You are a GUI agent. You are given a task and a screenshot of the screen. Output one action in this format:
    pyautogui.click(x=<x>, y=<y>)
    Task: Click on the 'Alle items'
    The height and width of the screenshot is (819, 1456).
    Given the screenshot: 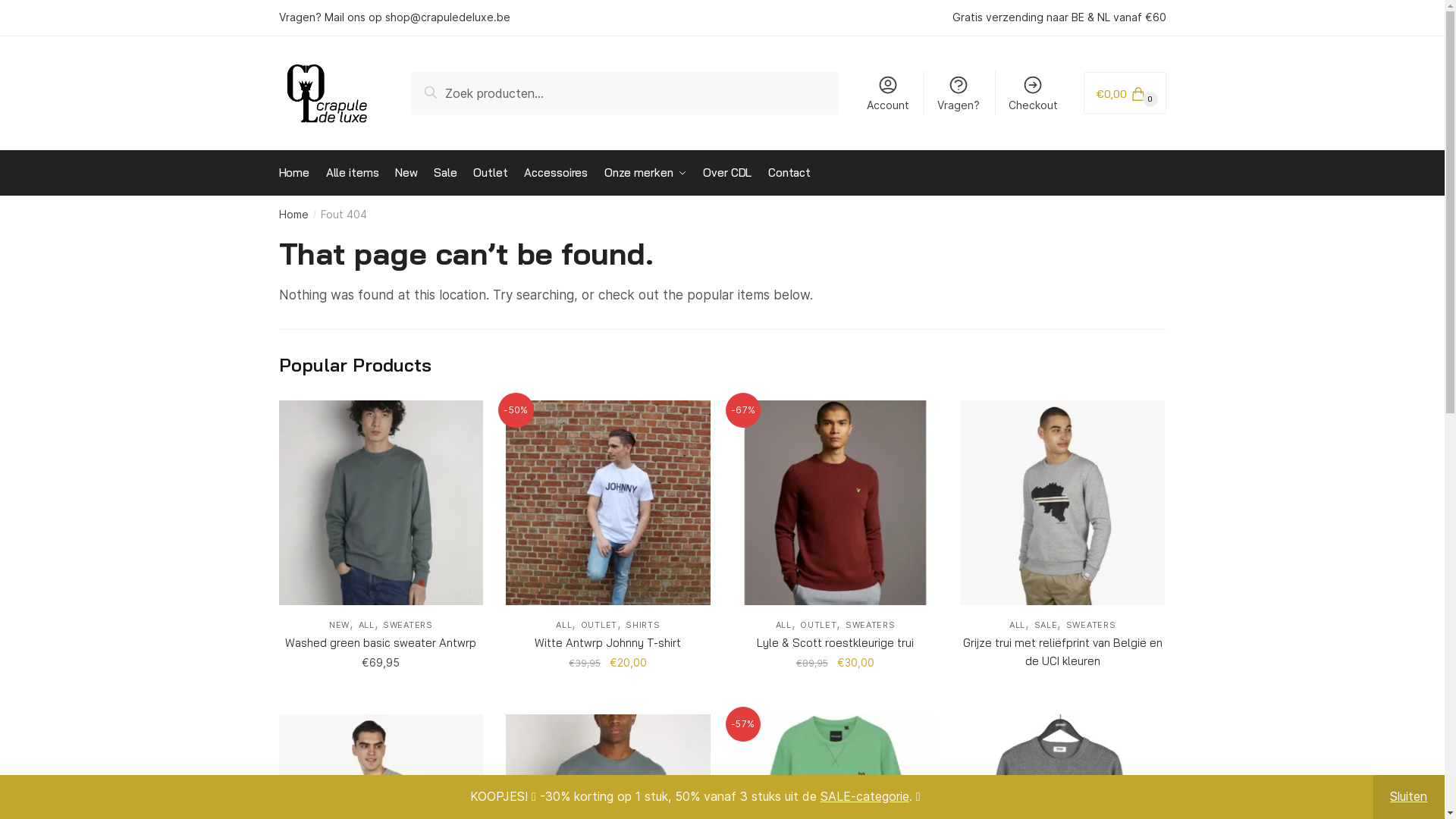 What is the action you would take?
    pyautogui.click(x=352, y=171)
    